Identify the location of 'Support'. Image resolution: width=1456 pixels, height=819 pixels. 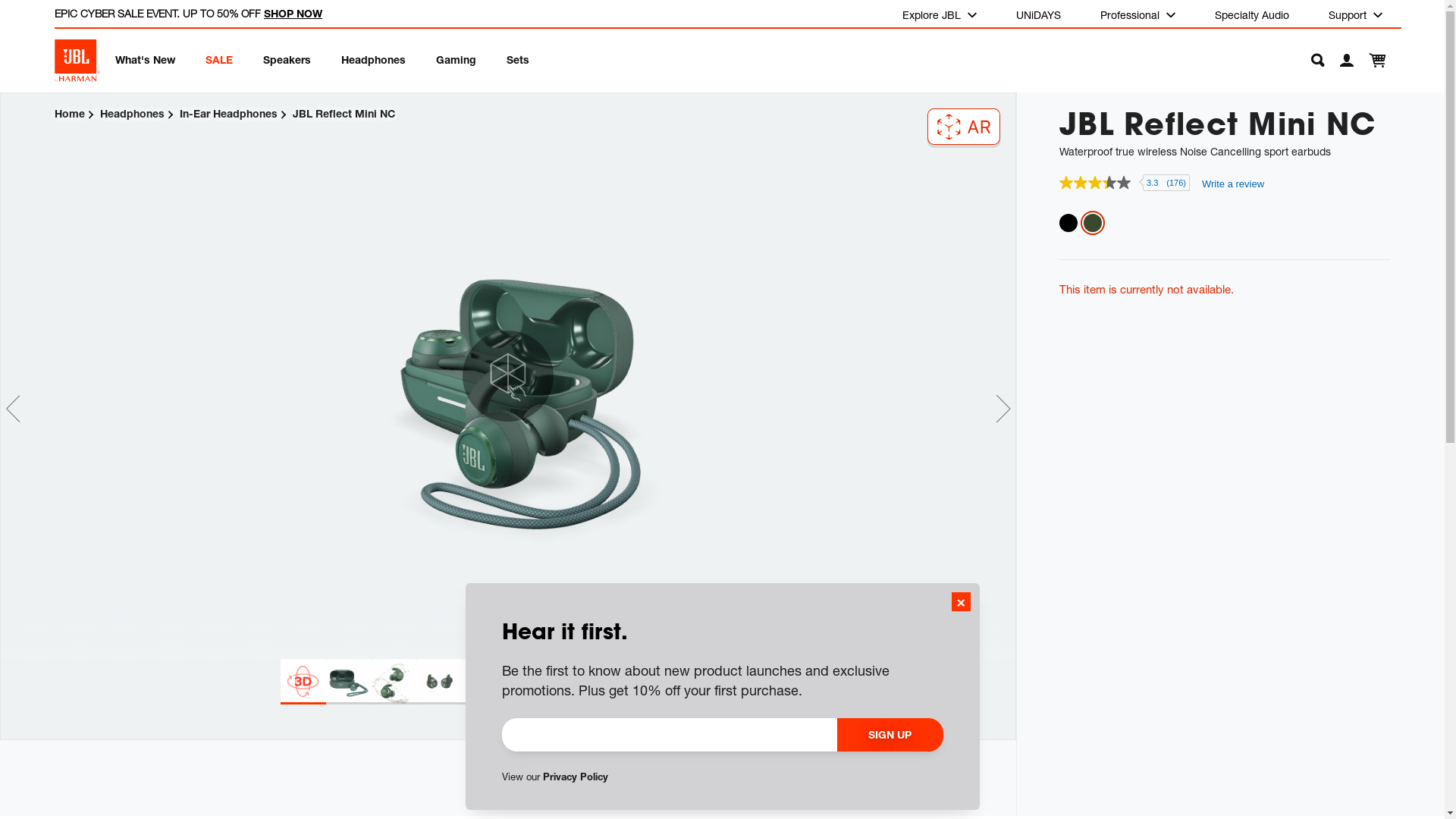
(1355, 14).